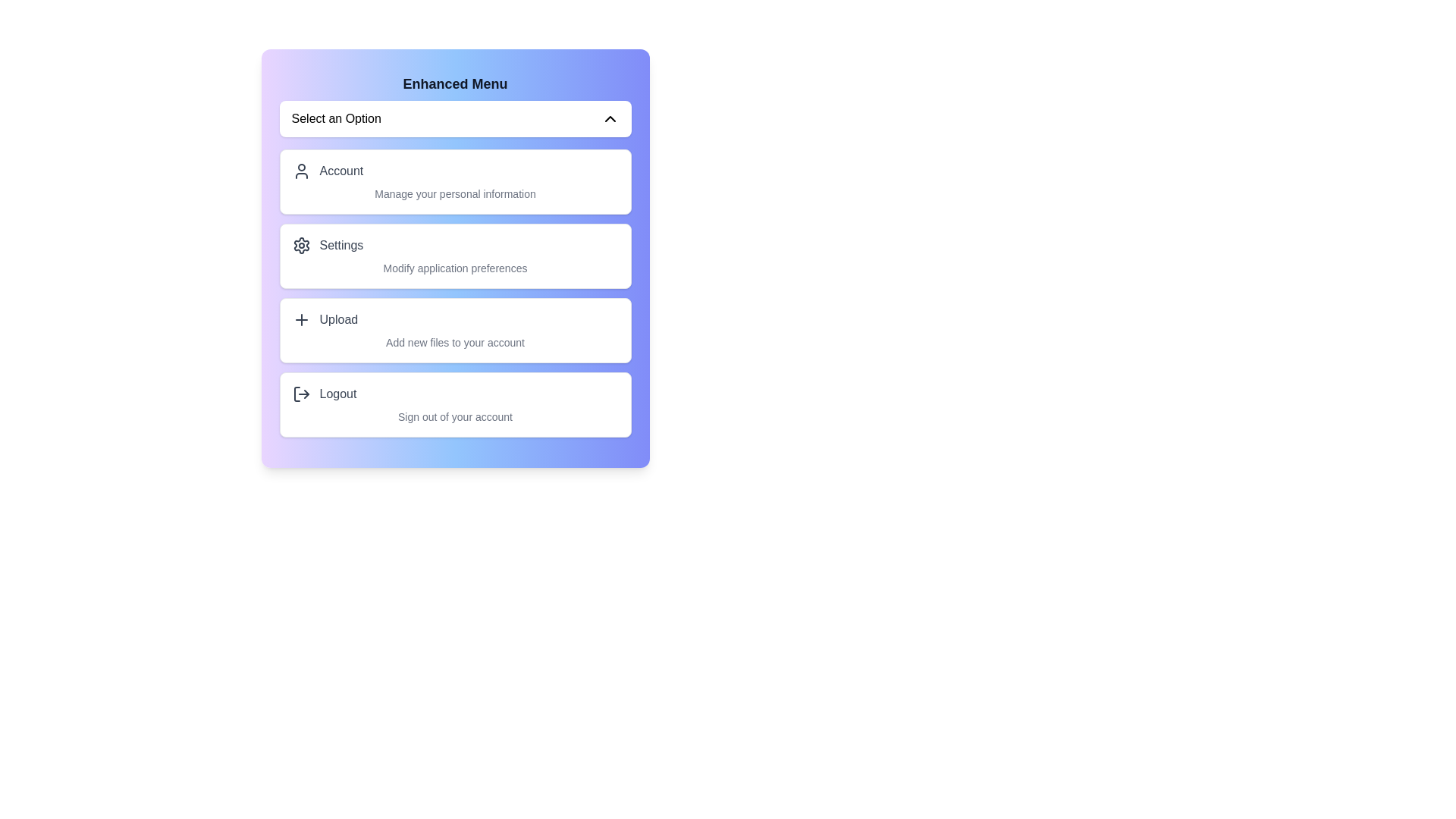 The height and width of the screenshot is (819, 1456). What do you see at coordinates (454, 118) in the screenshot?
I see `the dropdown toggle button to toggle the menu visibility` at bounding box center [454, 118].